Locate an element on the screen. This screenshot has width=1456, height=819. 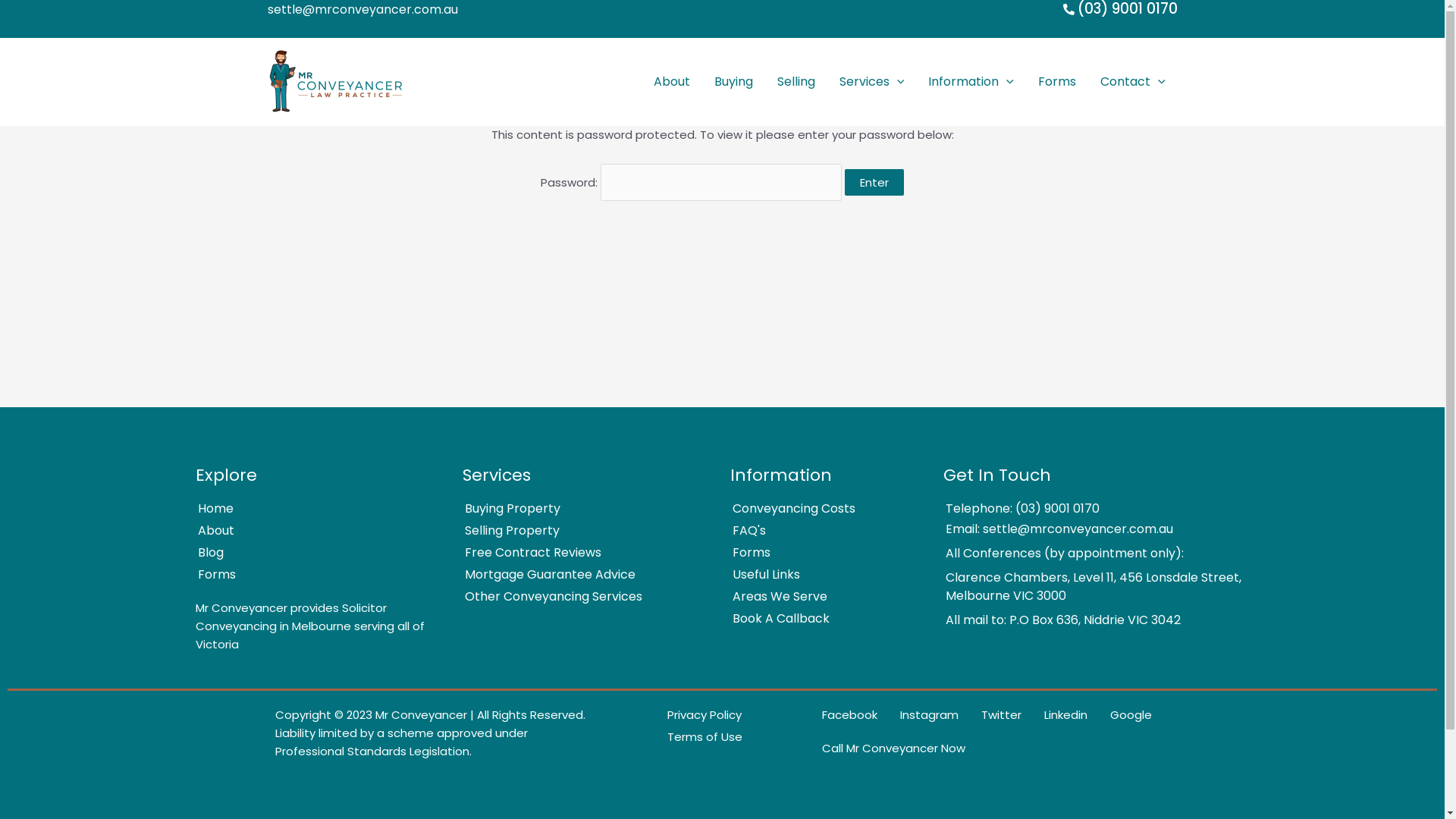
'Linkedin' is located at coordinates (1055, 714).